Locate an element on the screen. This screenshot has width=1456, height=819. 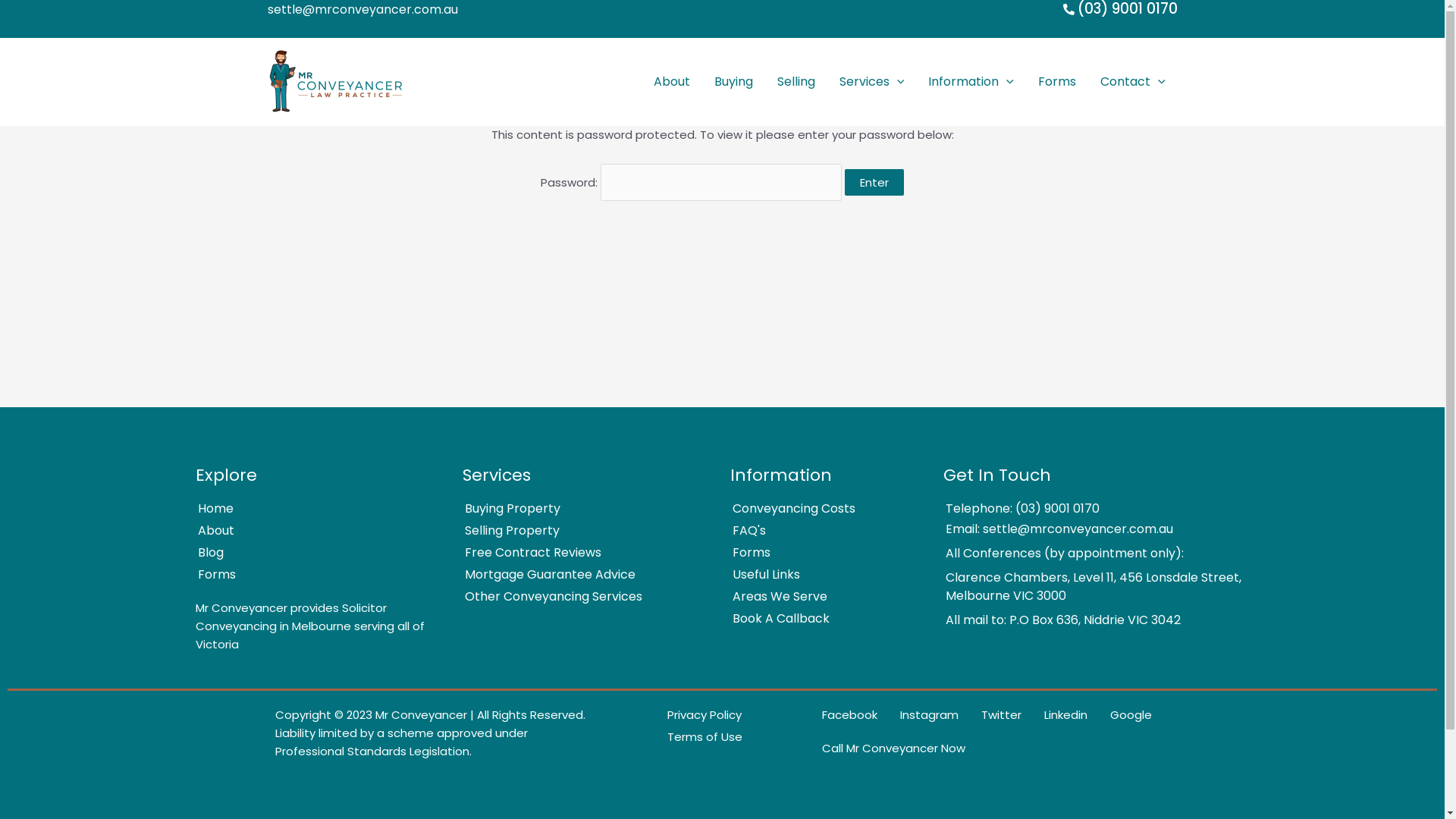
'Linkedin' is located at coordinates (1055, 714).